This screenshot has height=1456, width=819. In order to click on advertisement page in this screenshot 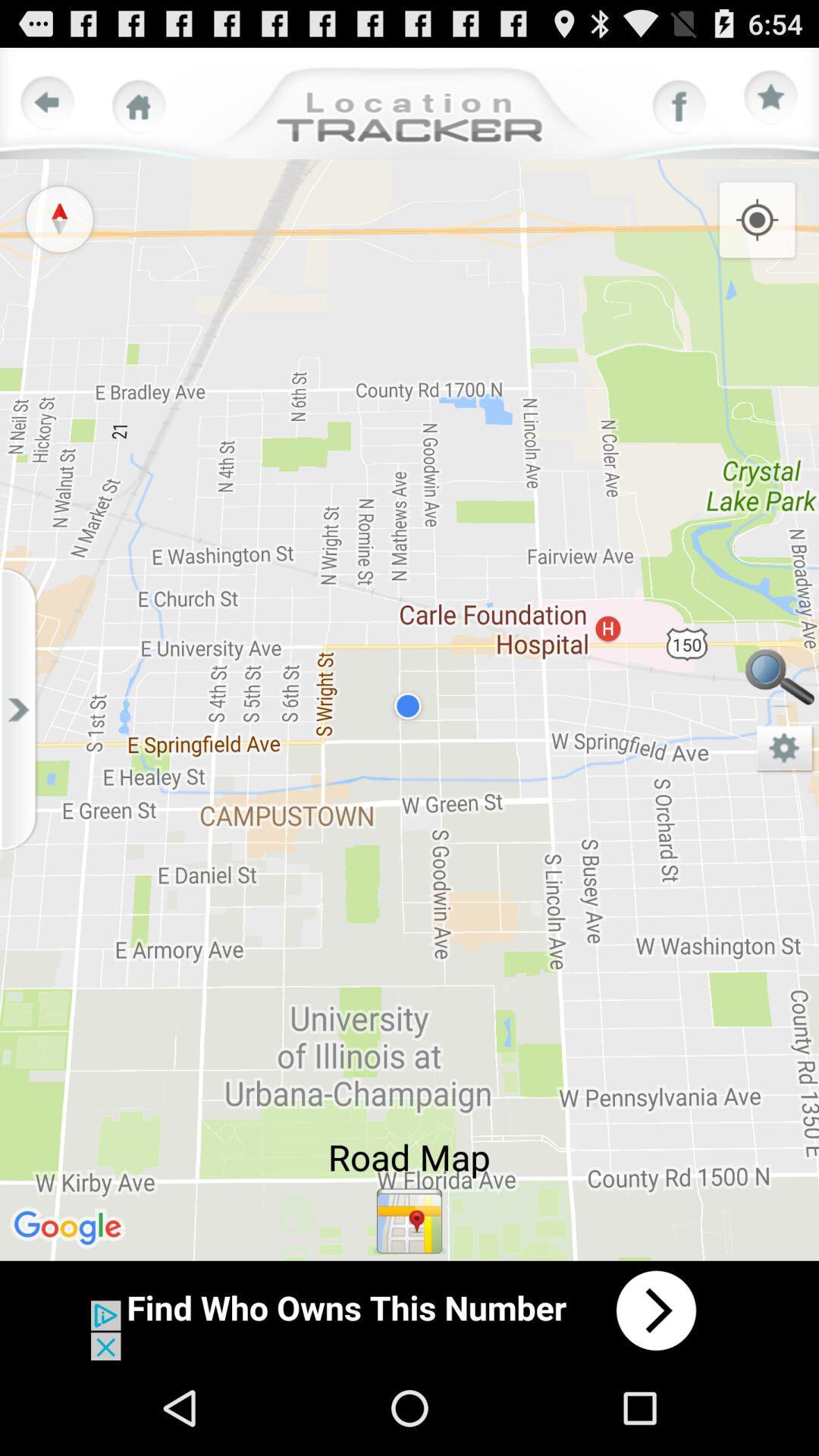, I will do `click(409, 1310)`.